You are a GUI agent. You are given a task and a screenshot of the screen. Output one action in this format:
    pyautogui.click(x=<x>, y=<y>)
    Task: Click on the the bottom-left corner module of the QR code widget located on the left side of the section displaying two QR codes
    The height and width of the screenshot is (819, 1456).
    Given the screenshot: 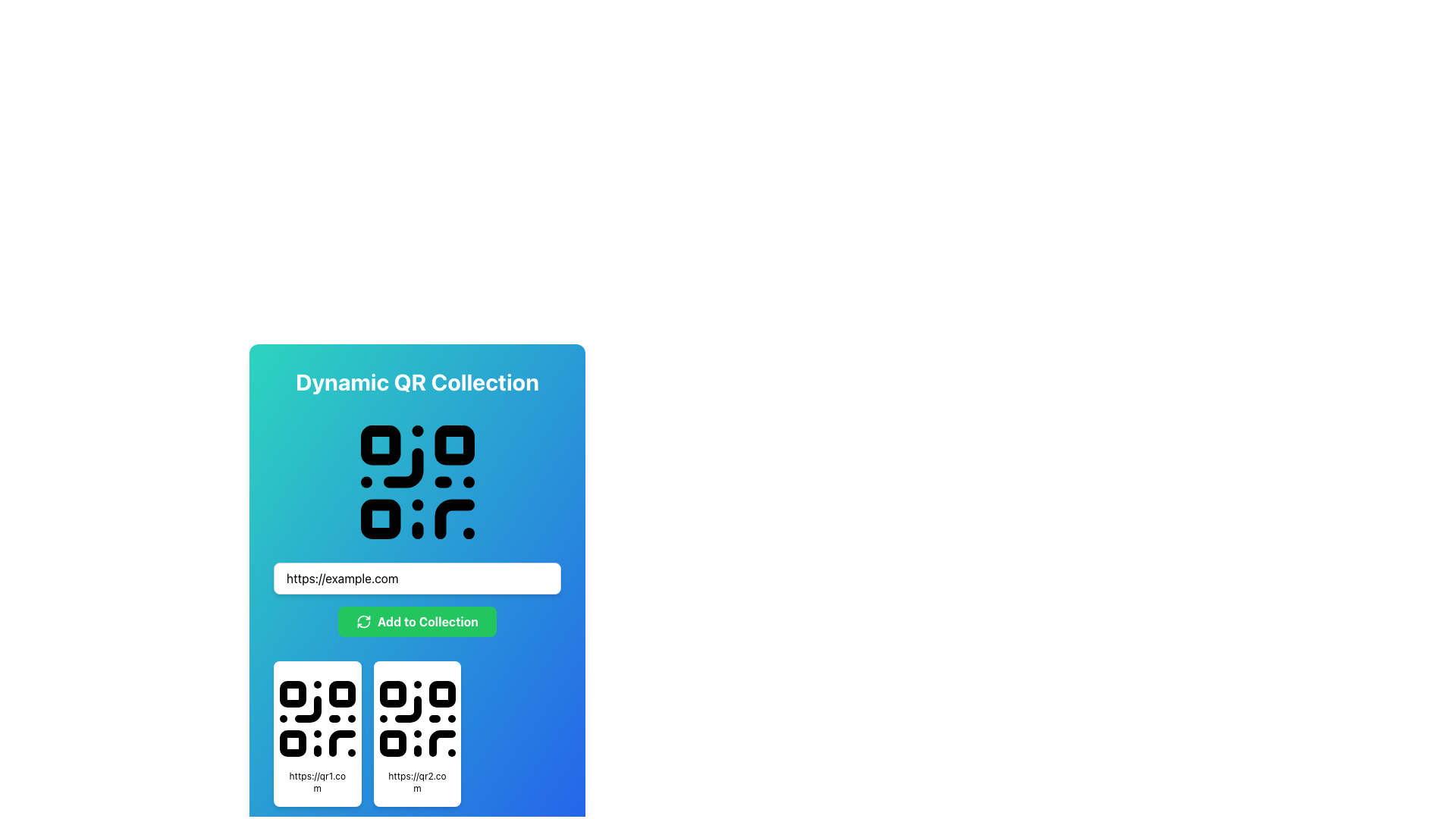 What is the action you would take?
    pyautogui.click(x=293, y=742)
    